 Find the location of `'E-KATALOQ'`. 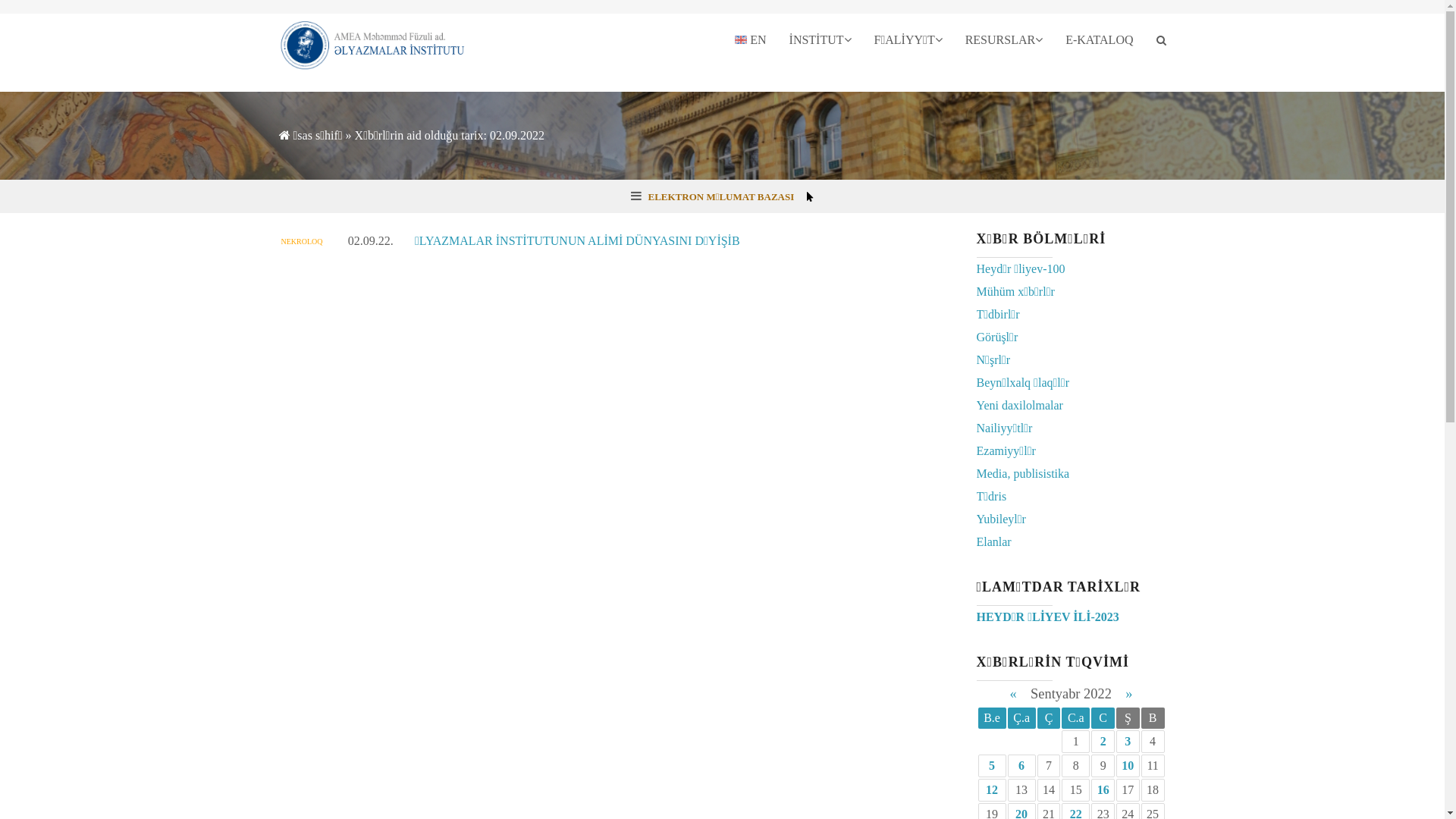

'E-KATALOQ' is located at coordinates (1053, 39).